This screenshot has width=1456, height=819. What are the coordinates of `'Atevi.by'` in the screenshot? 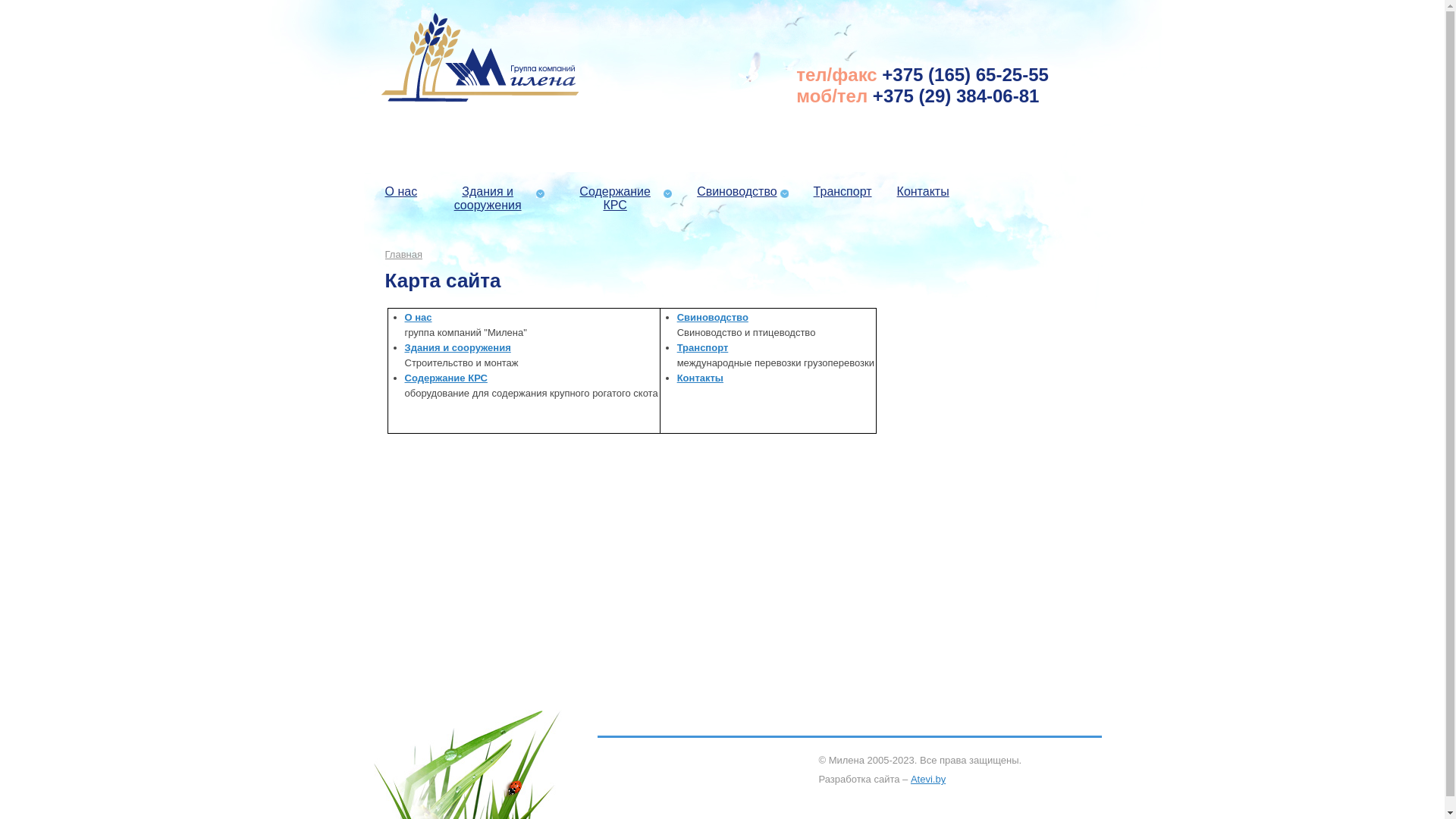 It's located at (927, 779).